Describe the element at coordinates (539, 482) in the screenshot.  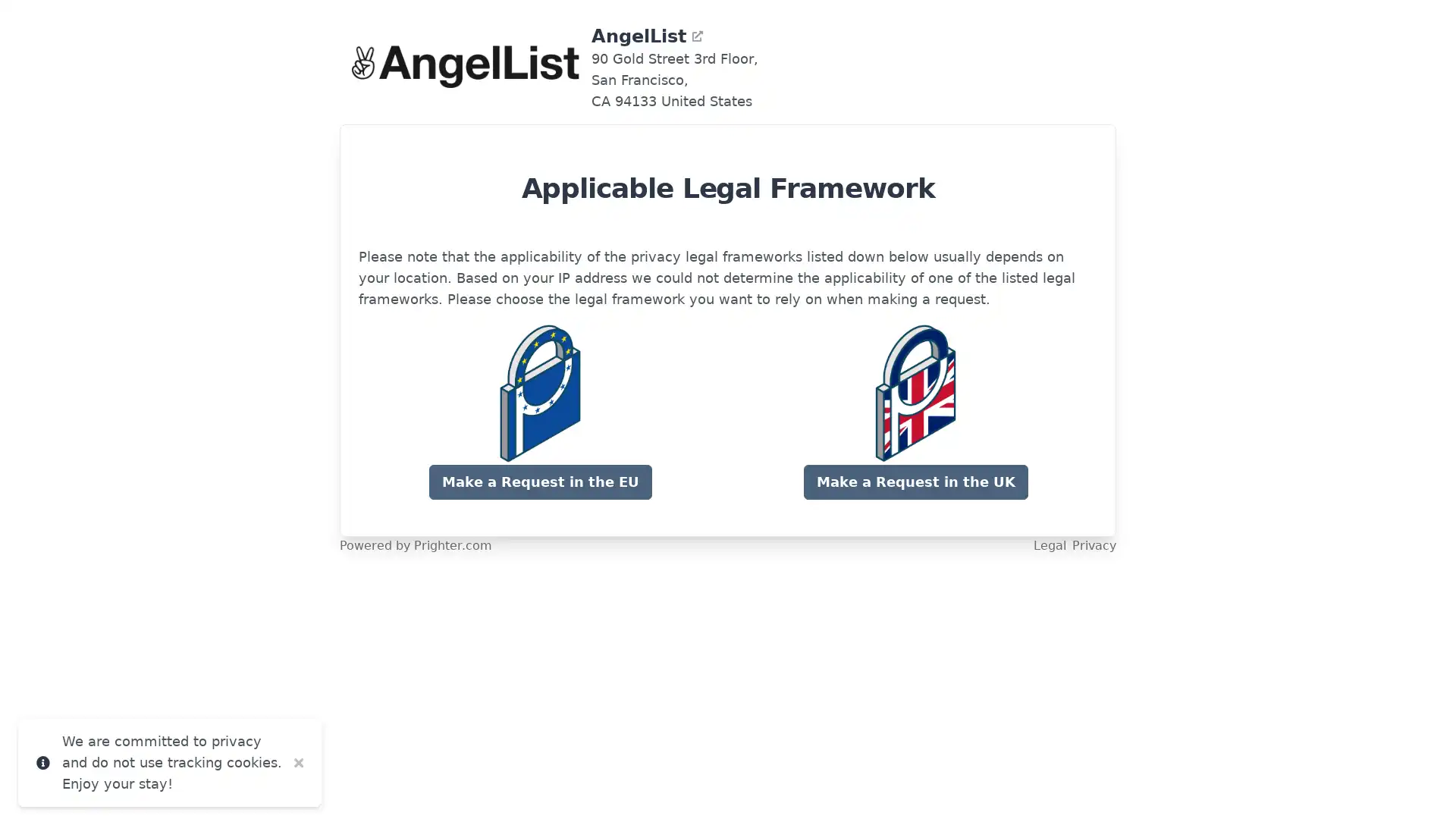
I see `Make a Request in the EU` at that location.